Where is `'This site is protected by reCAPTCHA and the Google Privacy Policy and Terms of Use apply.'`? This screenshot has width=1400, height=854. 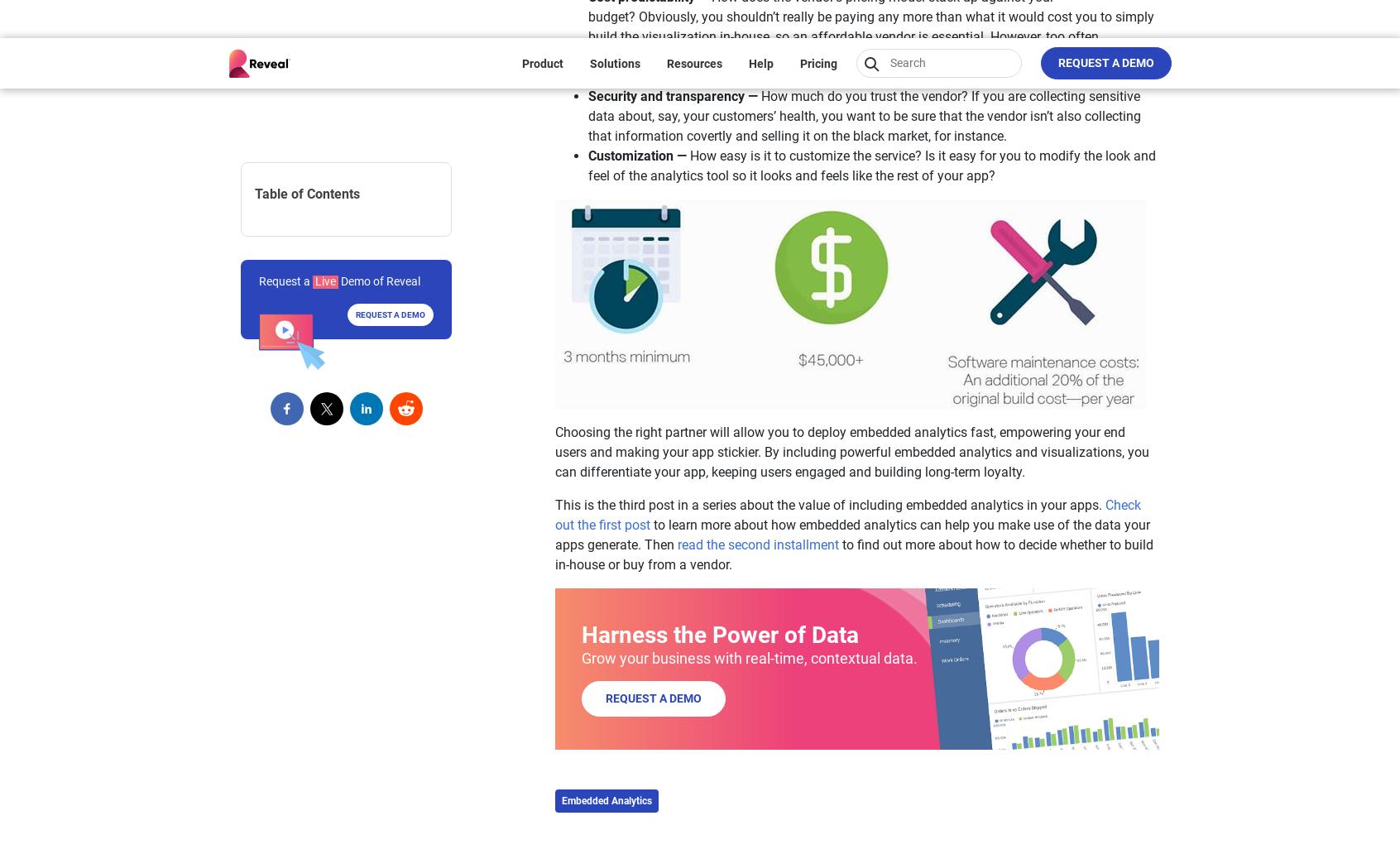 'This site is protected by reCAPTCHA and the Google Privacy Policy and Terms of Use apply.' is located at coordinates (1000, 560).